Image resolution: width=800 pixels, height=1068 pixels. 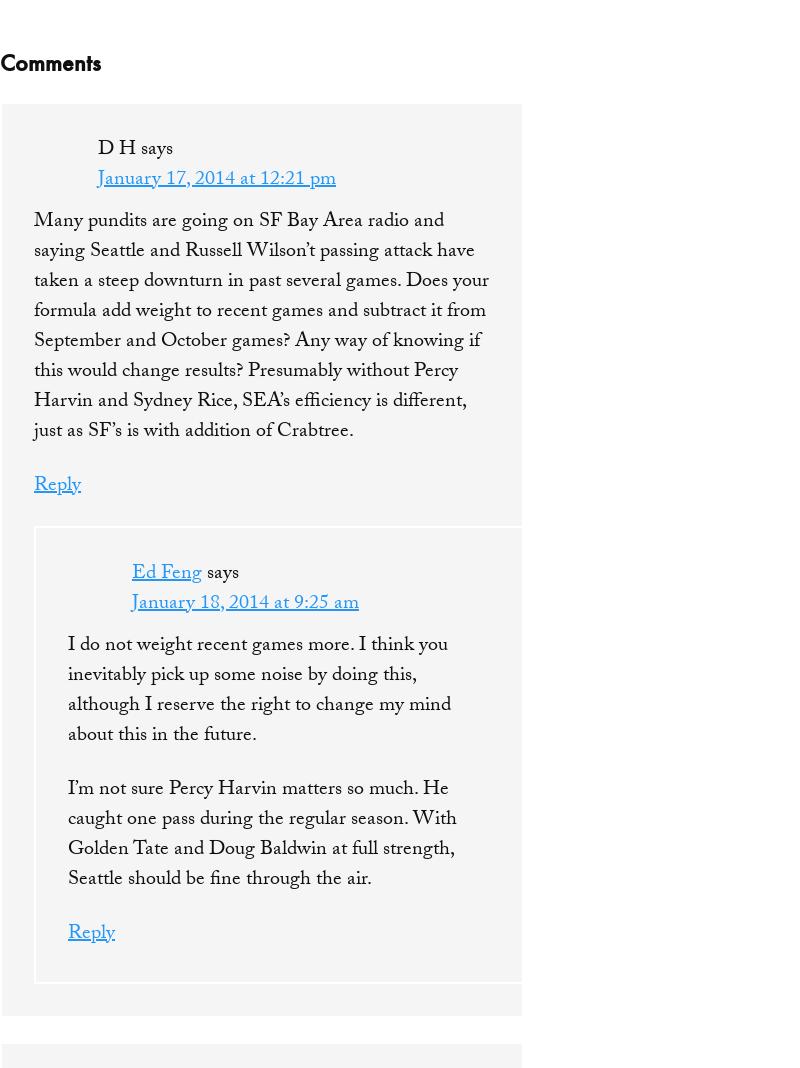 What do you see at coordinates (166, 573) in the screenshot?
I see `'Ed Feng'` at bounding box center [166, 573].